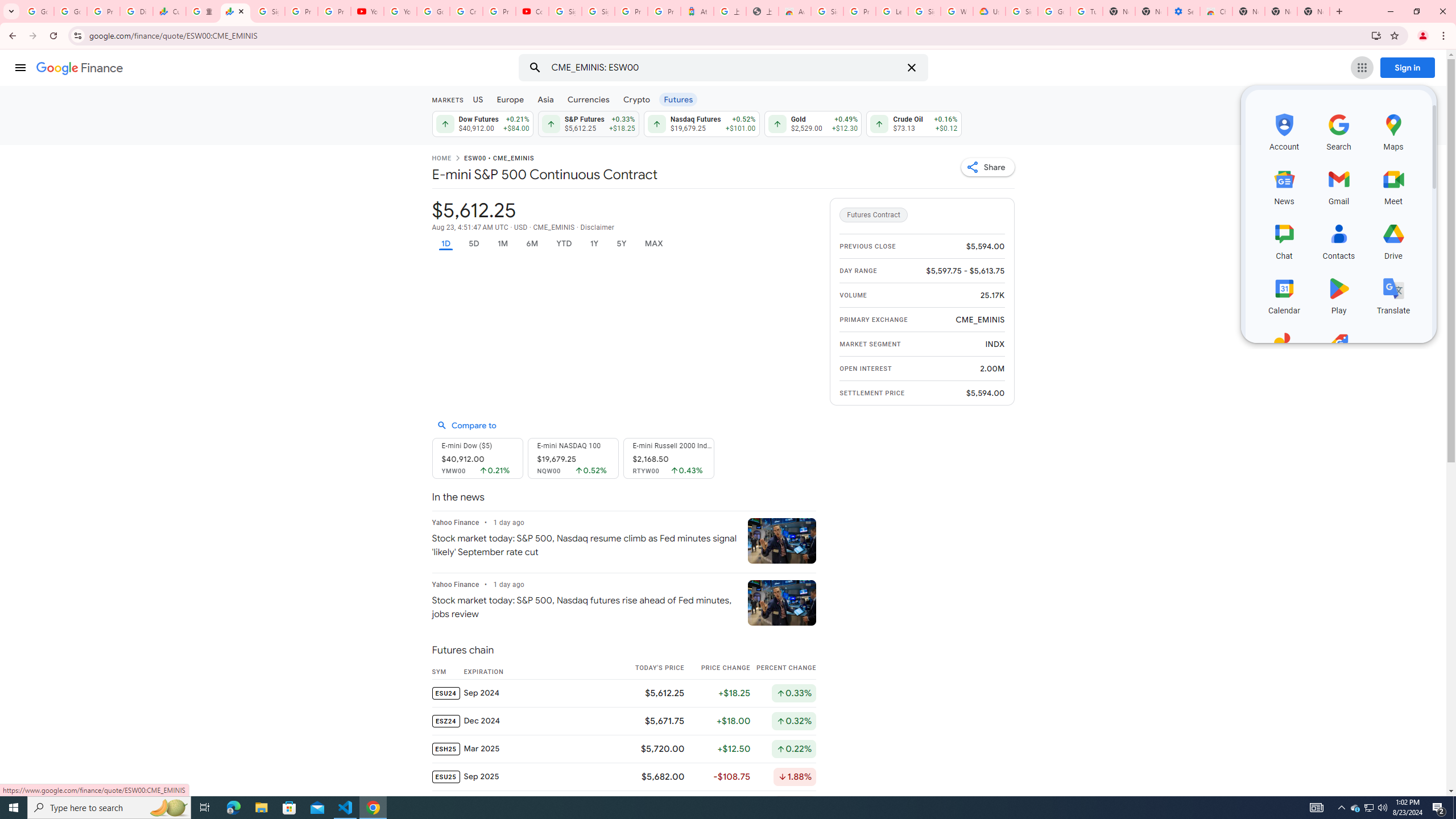 The height and width of the screenshot is (819, 1456). I want to click on 'YTD', so click(563, 243).